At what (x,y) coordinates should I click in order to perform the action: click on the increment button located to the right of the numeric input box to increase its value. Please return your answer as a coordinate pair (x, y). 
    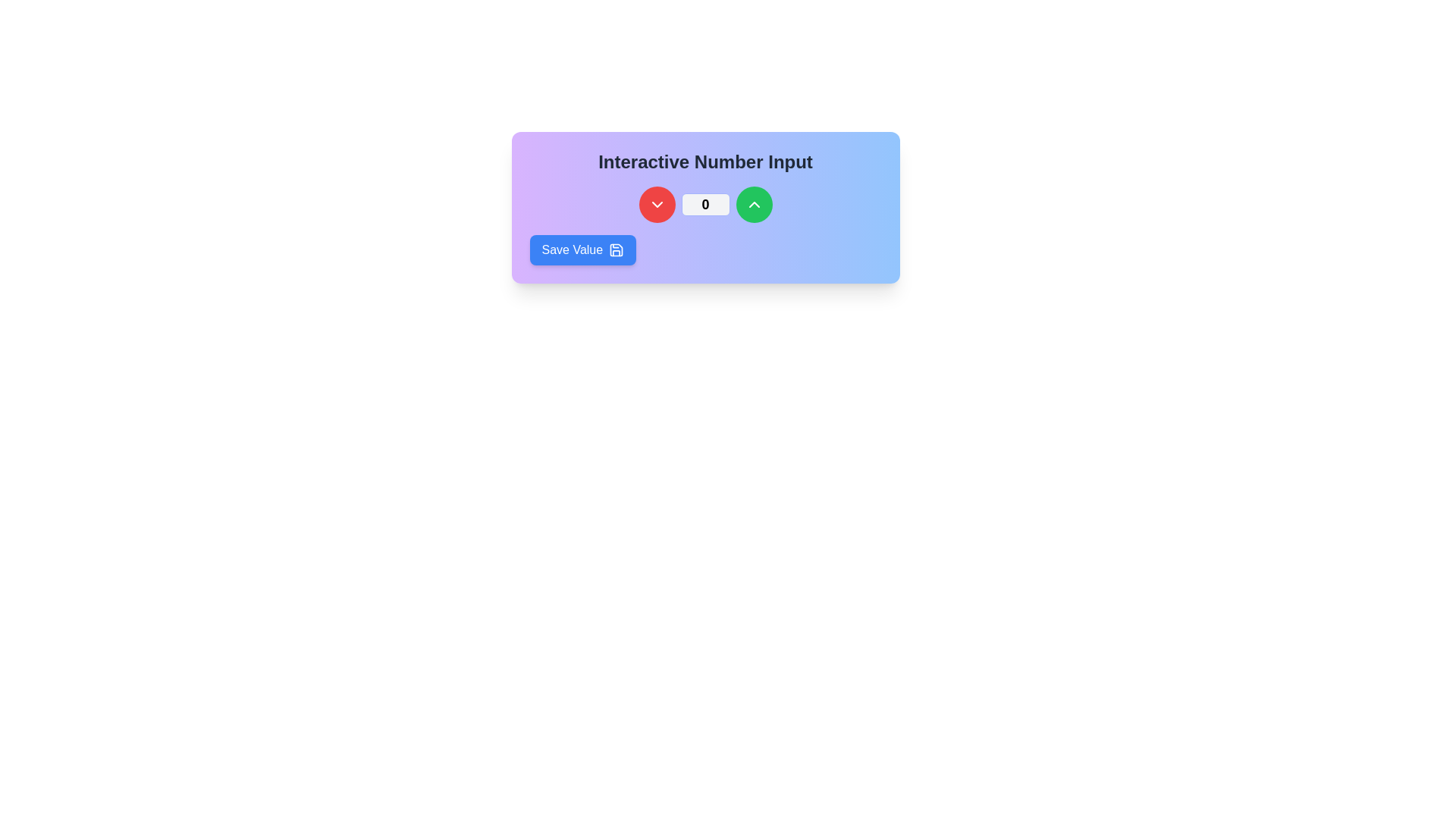
    Looking at the image, I should click on (754, 205).